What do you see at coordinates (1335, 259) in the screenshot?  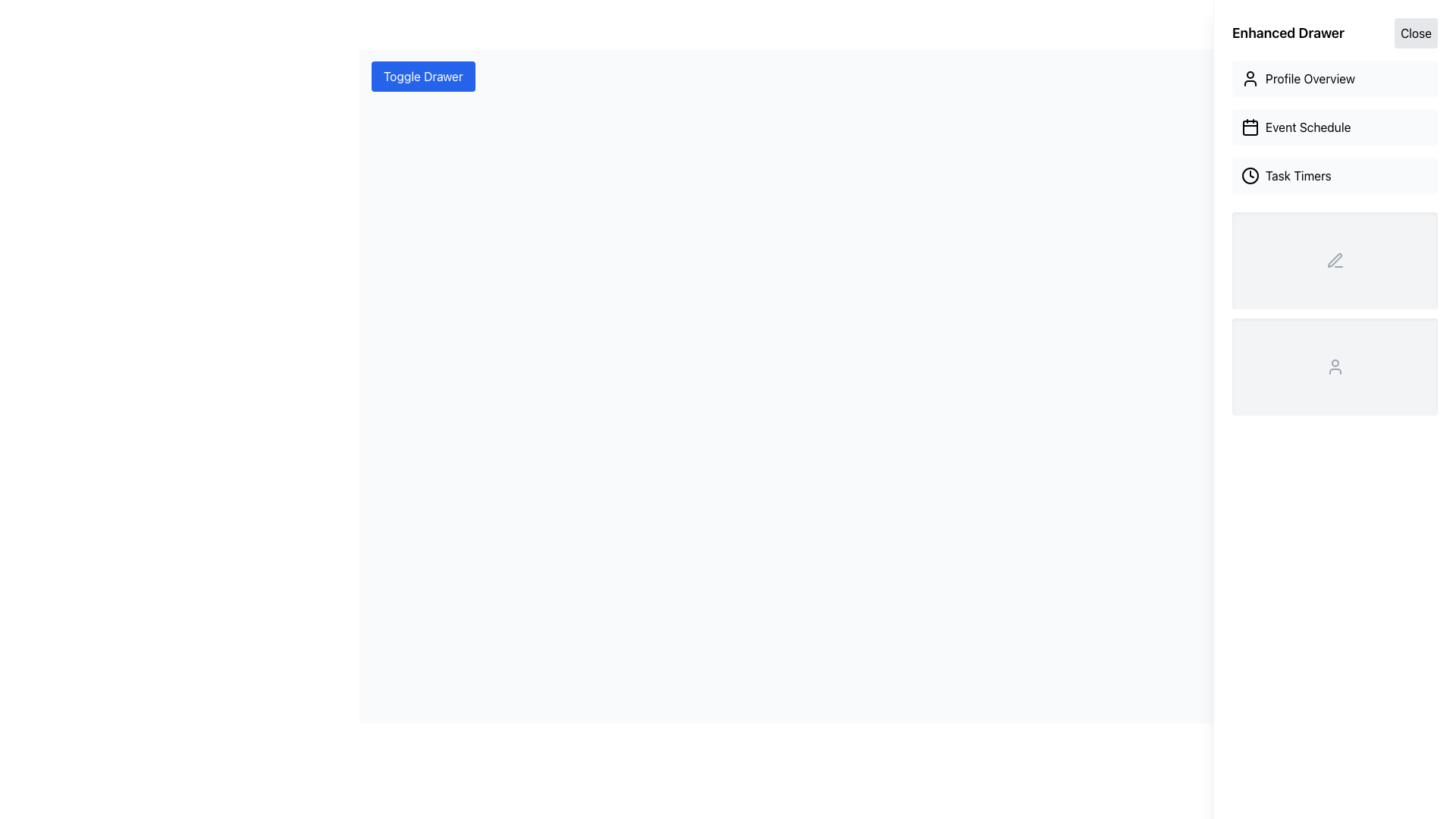 I see `the gray pen icon located in the second last section of the right-hand side panel labeled 'Enhanced Drawer'` at bounding box center [1335, 259].